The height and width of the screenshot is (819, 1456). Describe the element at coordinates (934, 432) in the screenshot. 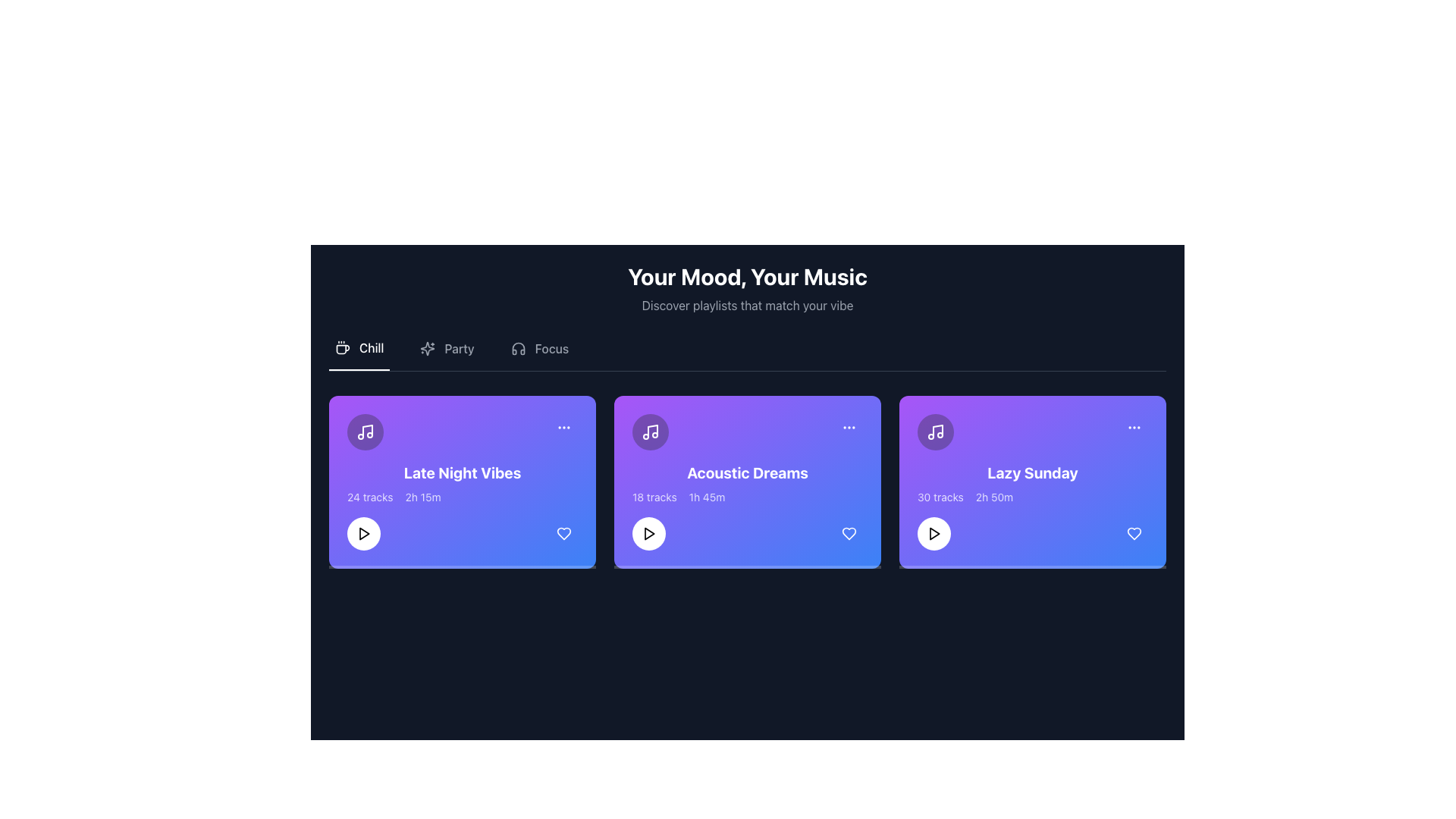

I see `the music icon located on the 'Lazy Sunday' playlist card, which serves as a visual indicator for the playlist's theme, positioned at the far-right among the three cards` at that location.